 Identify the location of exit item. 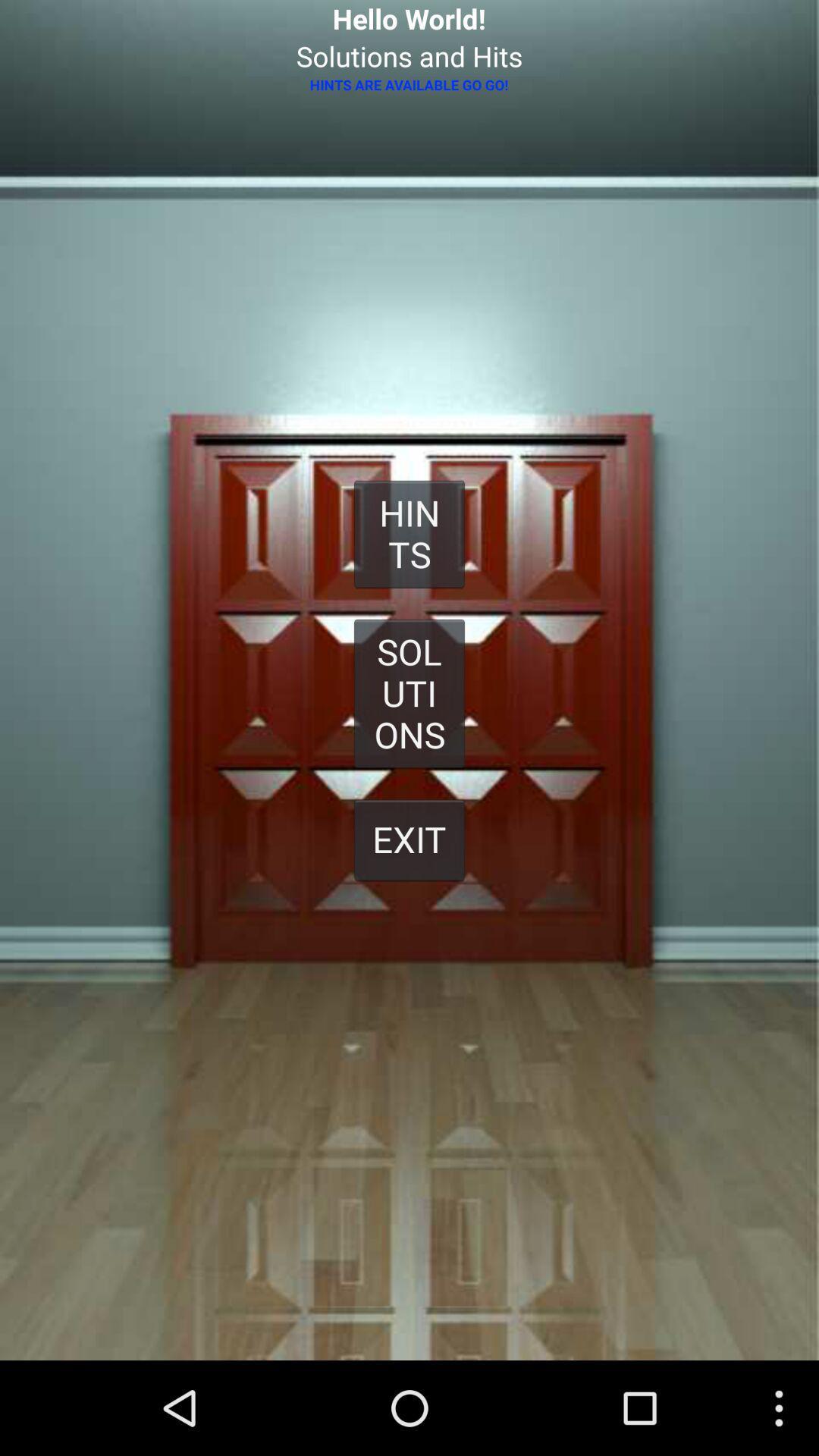
(409, 839).